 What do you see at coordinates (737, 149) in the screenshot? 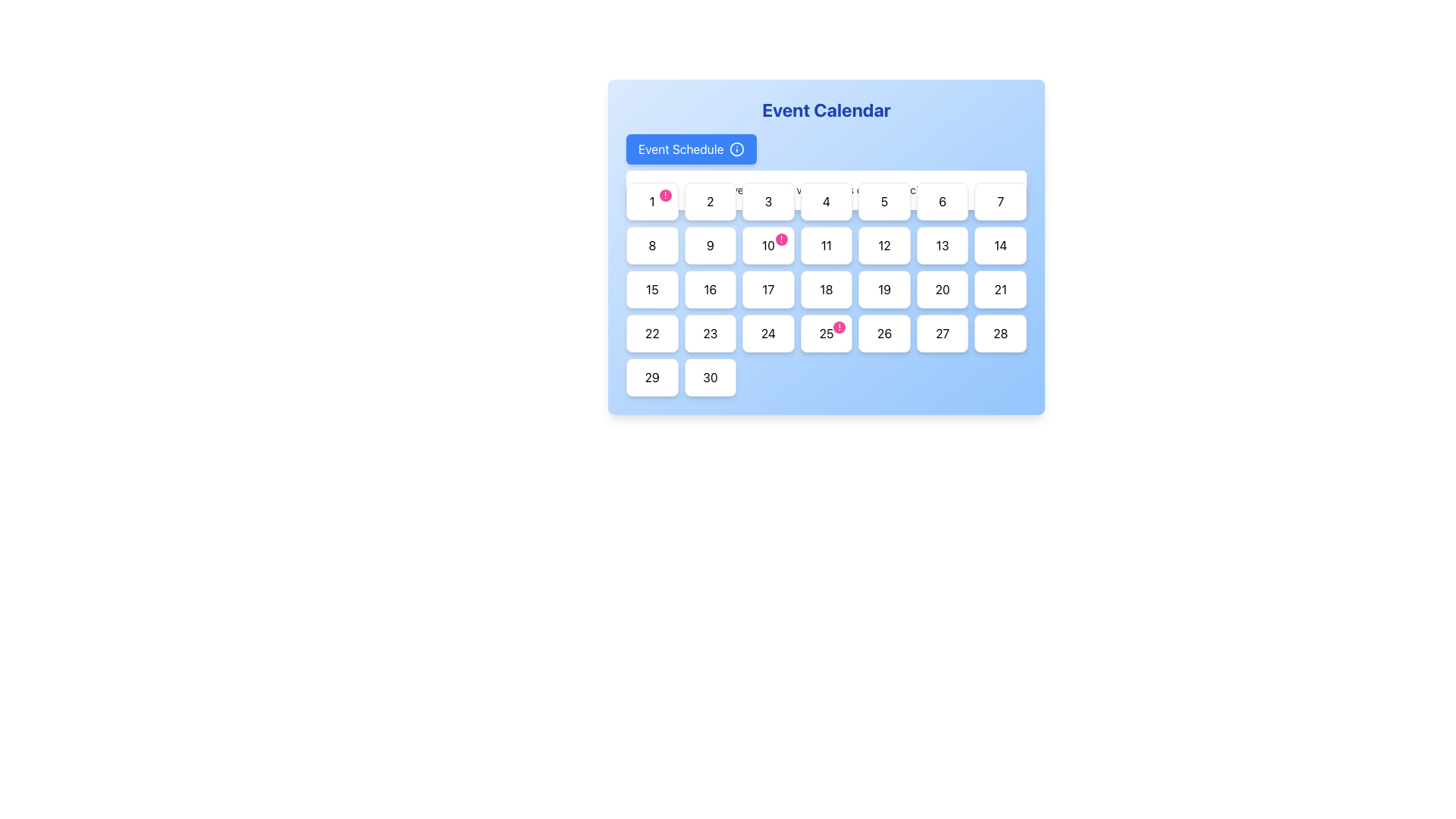
I see `the circular information icon adjacent to the 'Event Schedule' button to observe its tooltip` at bounding box center [737, 149].